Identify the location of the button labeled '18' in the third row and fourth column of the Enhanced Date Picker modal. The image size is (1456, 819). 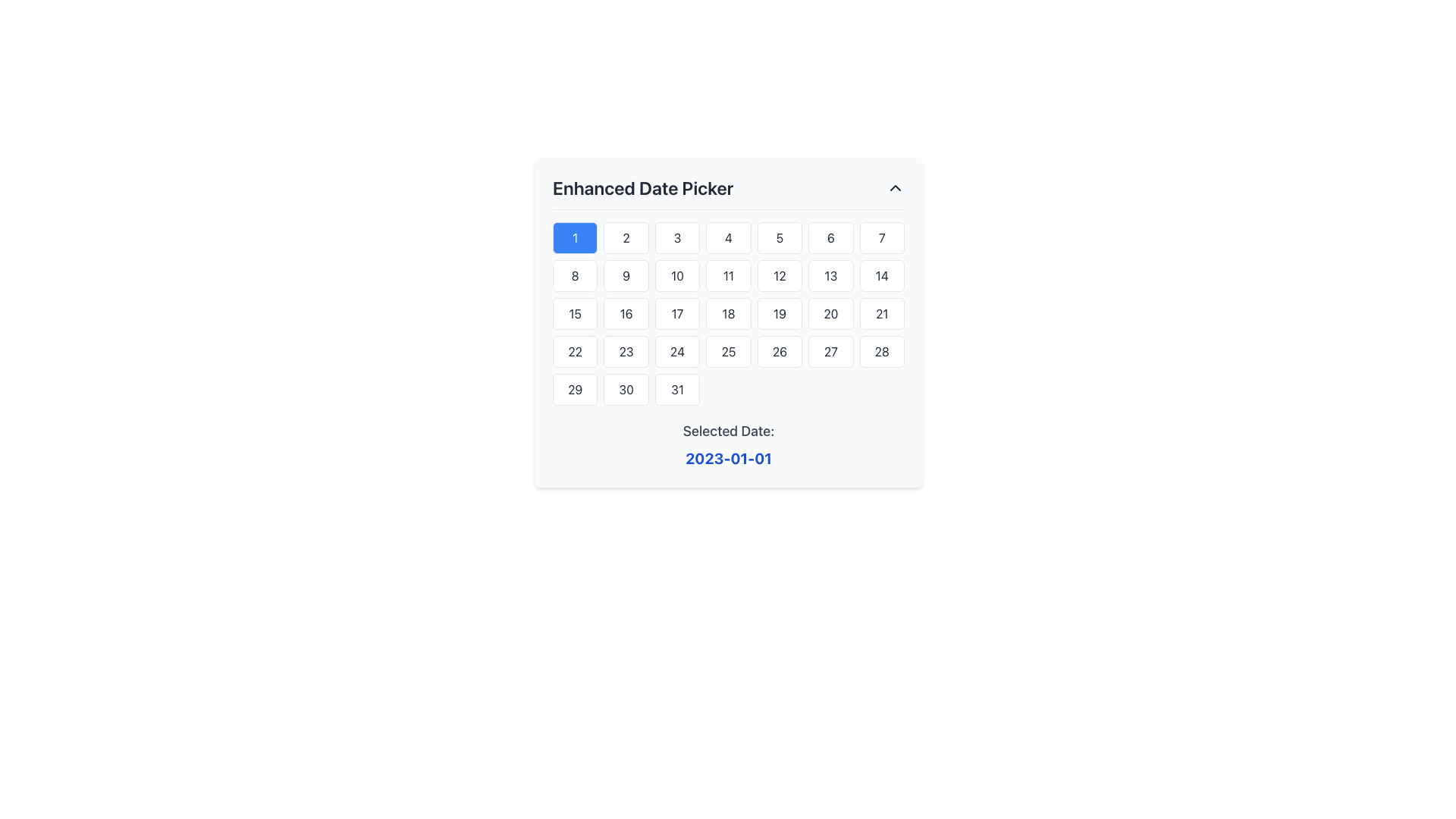
(728, 312).